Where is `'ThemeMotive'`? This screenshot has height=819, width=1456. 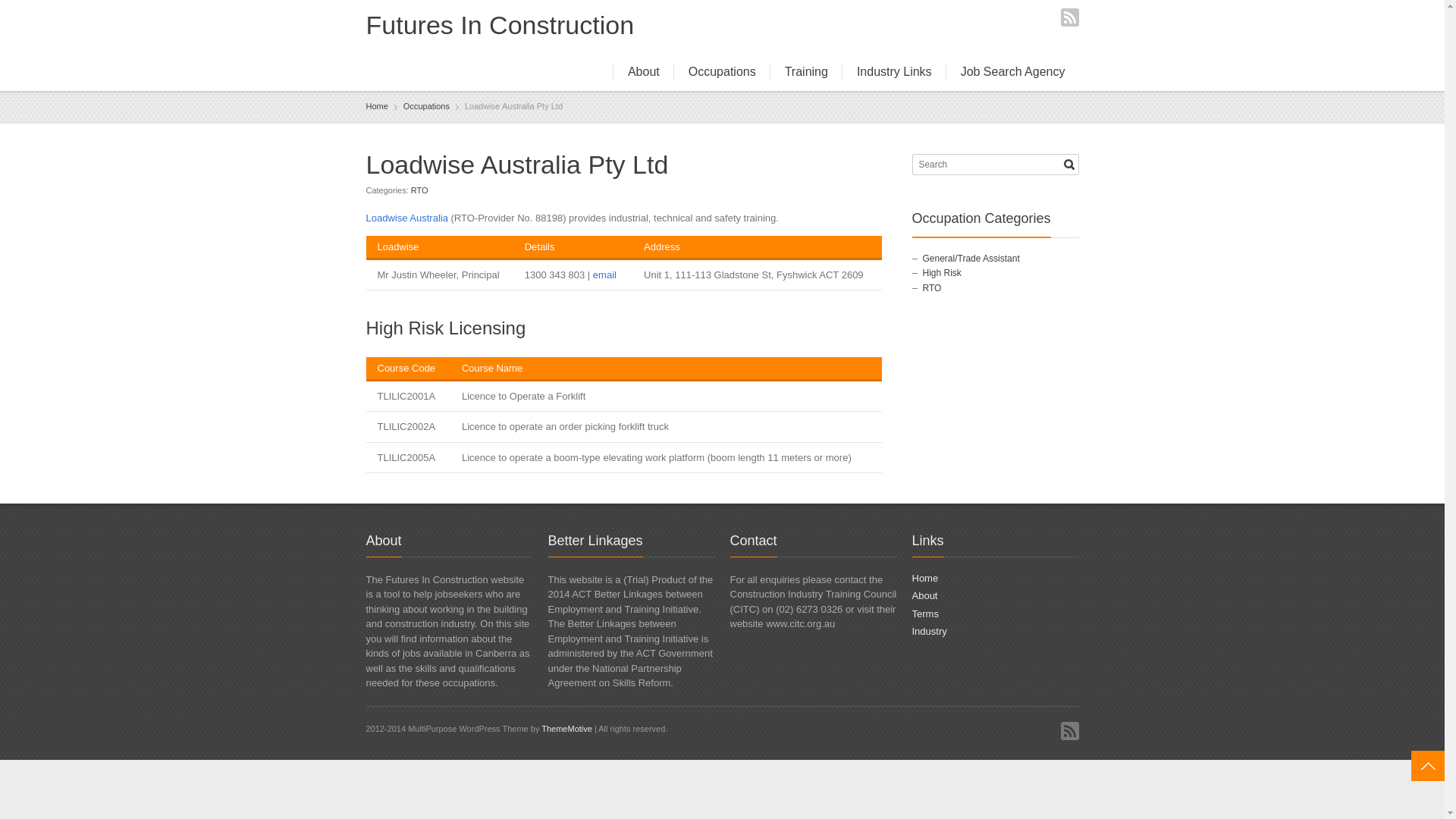
'ThemeMotive' is located at coordinates (566, 727).